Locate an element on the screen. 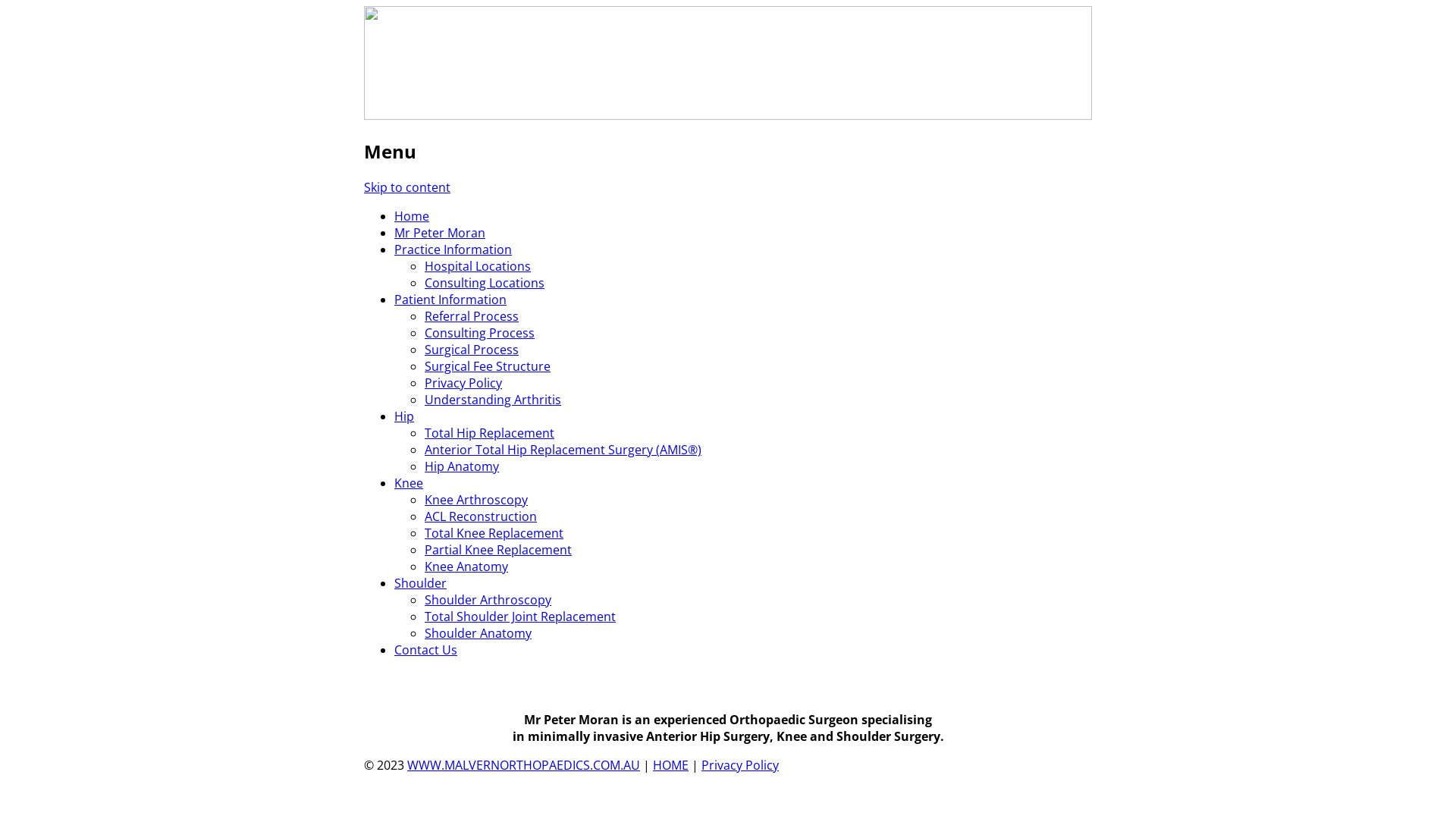 This screenshot has height=819, width=1456. 'Knee Anatomy' is located at coordinates (425, 566).